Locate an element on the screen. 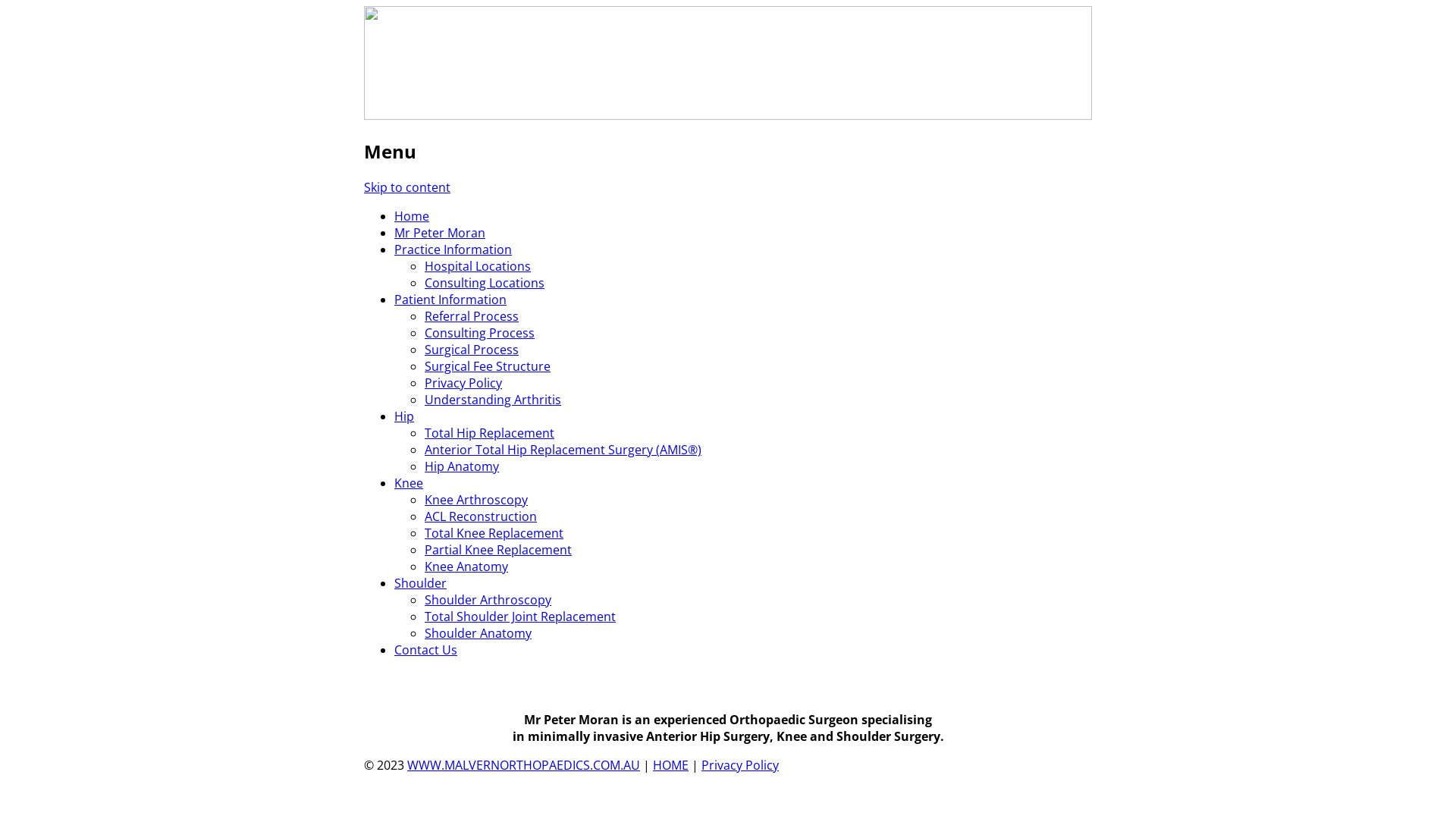 This screenshot has height=819, width=1456. 'Knee Anatomy' is located at coordinates (425, 566).